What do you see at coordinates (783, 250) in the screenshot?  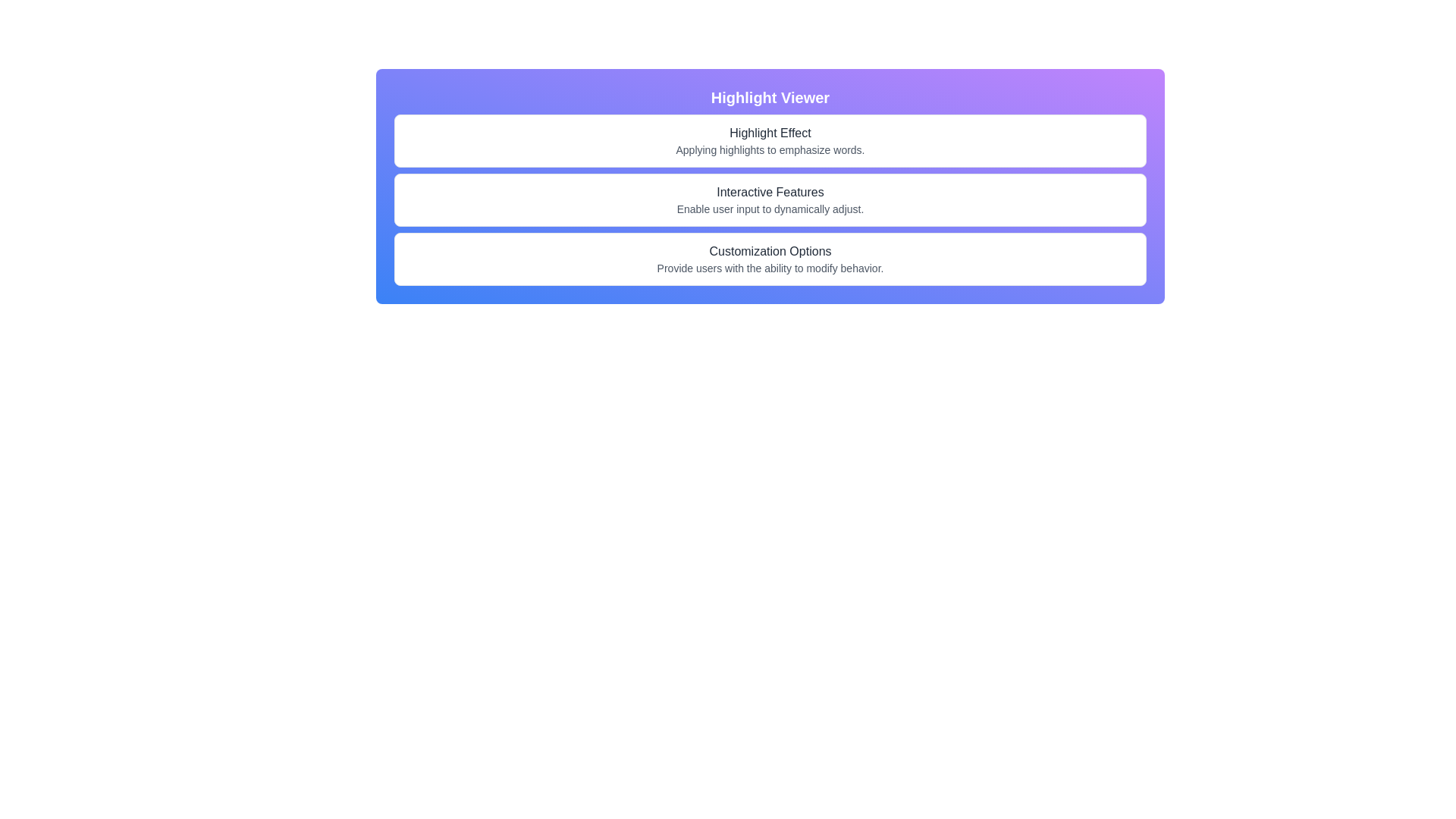 I see `the 13th character of the header 'Customization Options', which is part of the word 'Customization'` at bounding box center [783, 250].